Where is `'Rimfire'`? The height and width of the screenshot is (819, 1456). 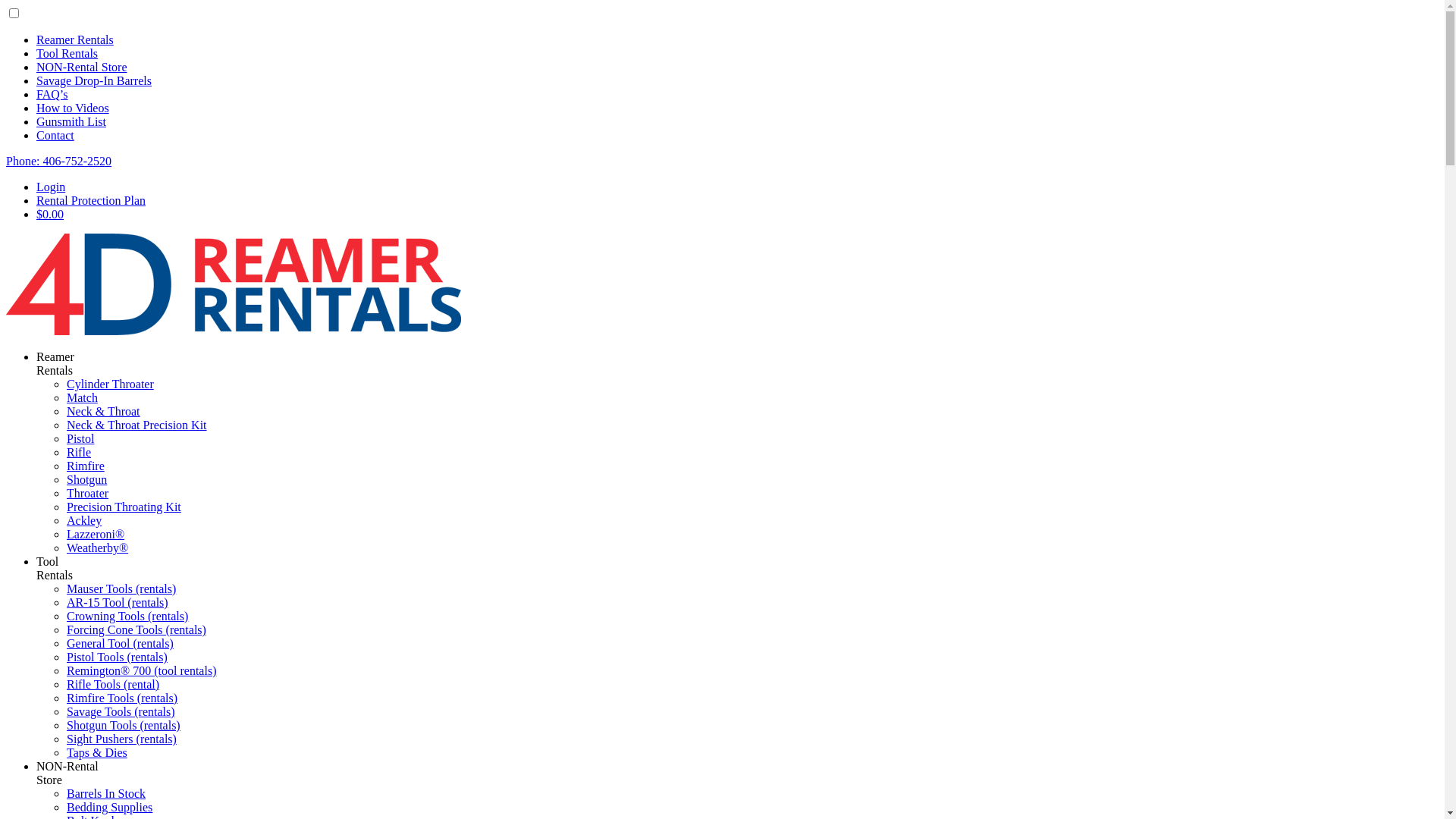
'Rimfire' is located at coordinates (65, 465).